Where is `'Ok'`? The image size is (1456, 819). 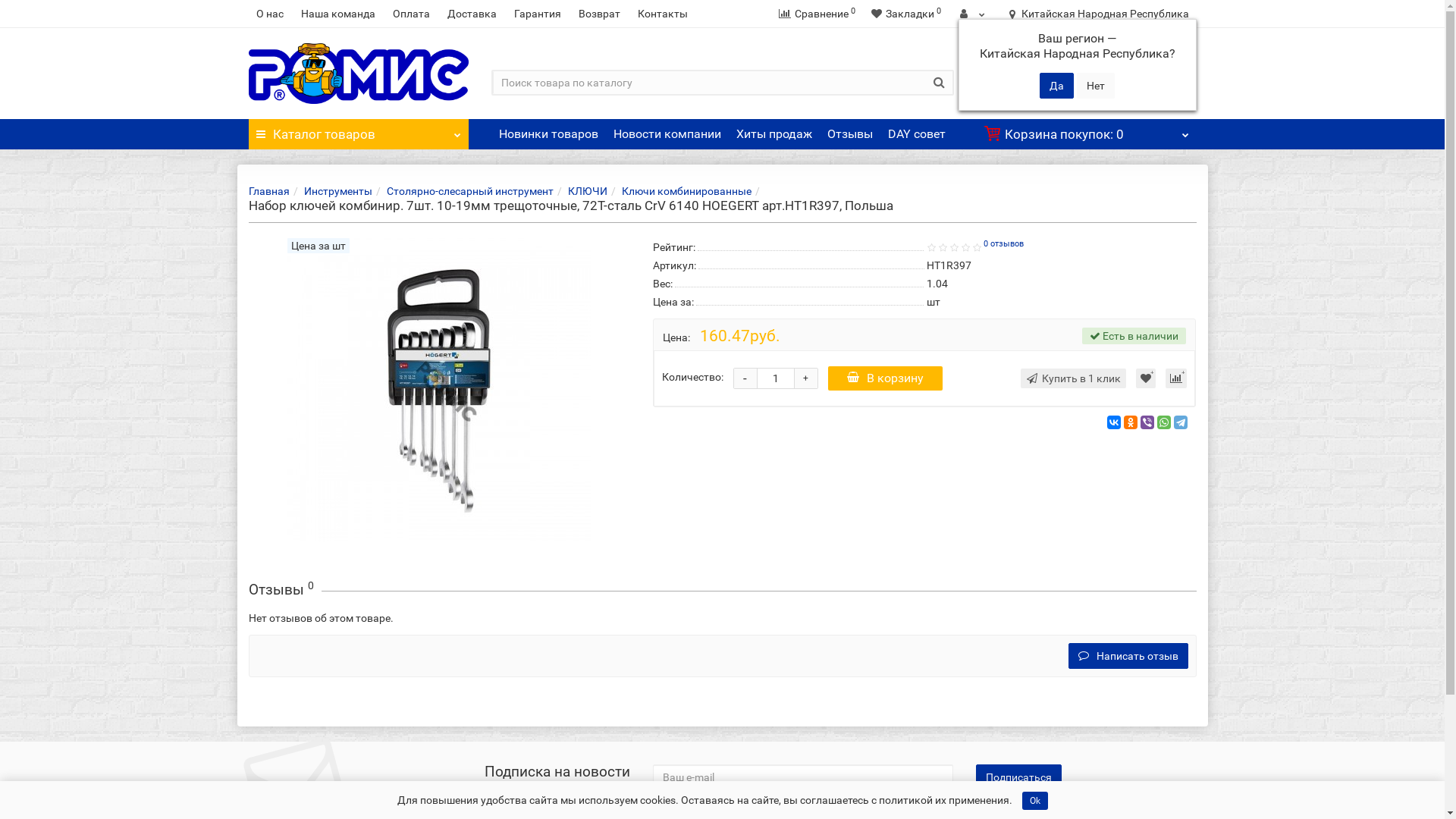 'Ok' is located at coordinates (1034, 800).